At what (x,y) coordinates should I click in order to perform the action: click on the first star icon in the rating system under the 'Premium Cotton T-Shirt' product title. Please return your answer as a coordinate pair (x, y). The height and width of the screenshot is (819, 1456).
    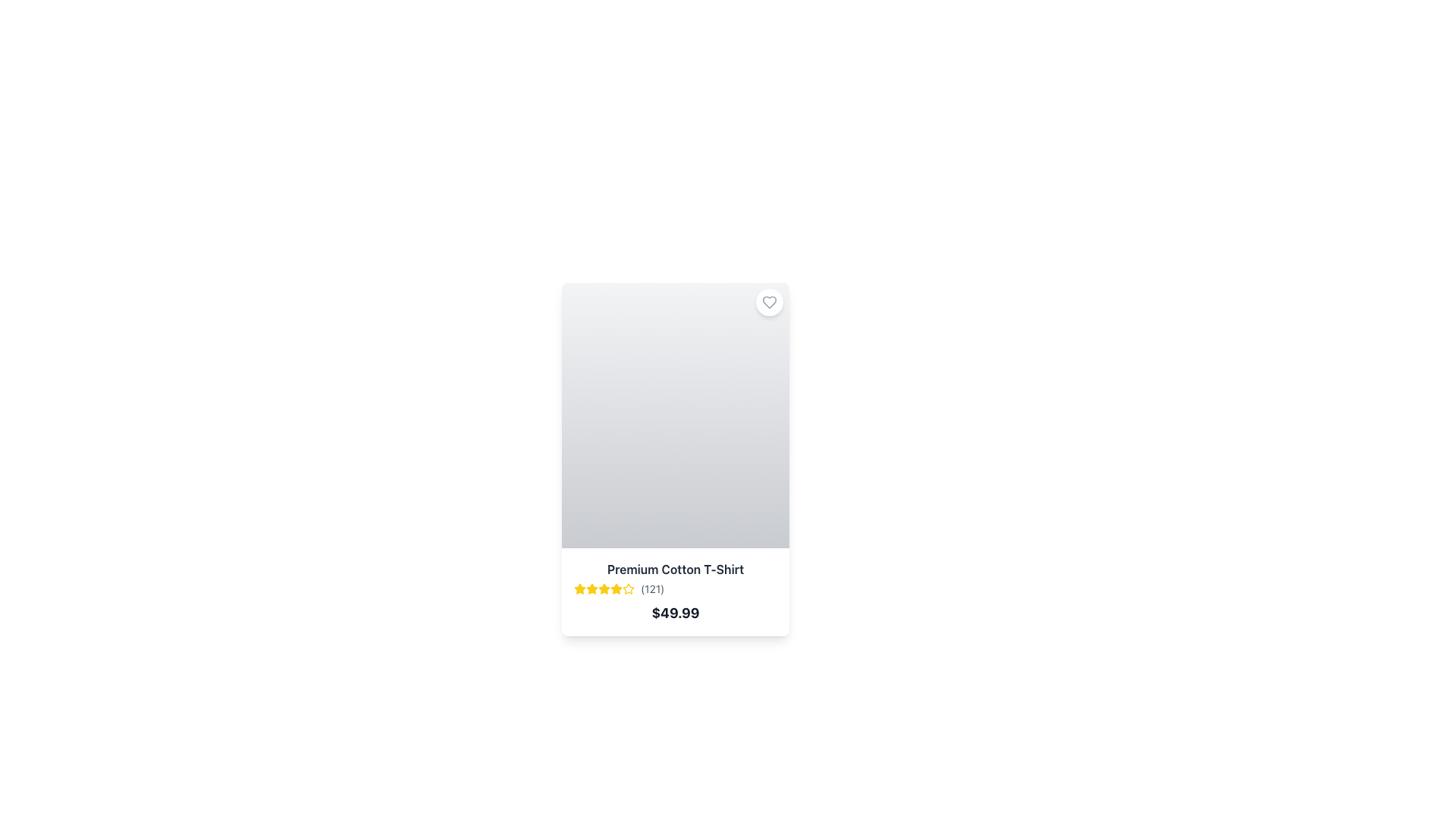
    Looking at the image, I should click on (579, 588).